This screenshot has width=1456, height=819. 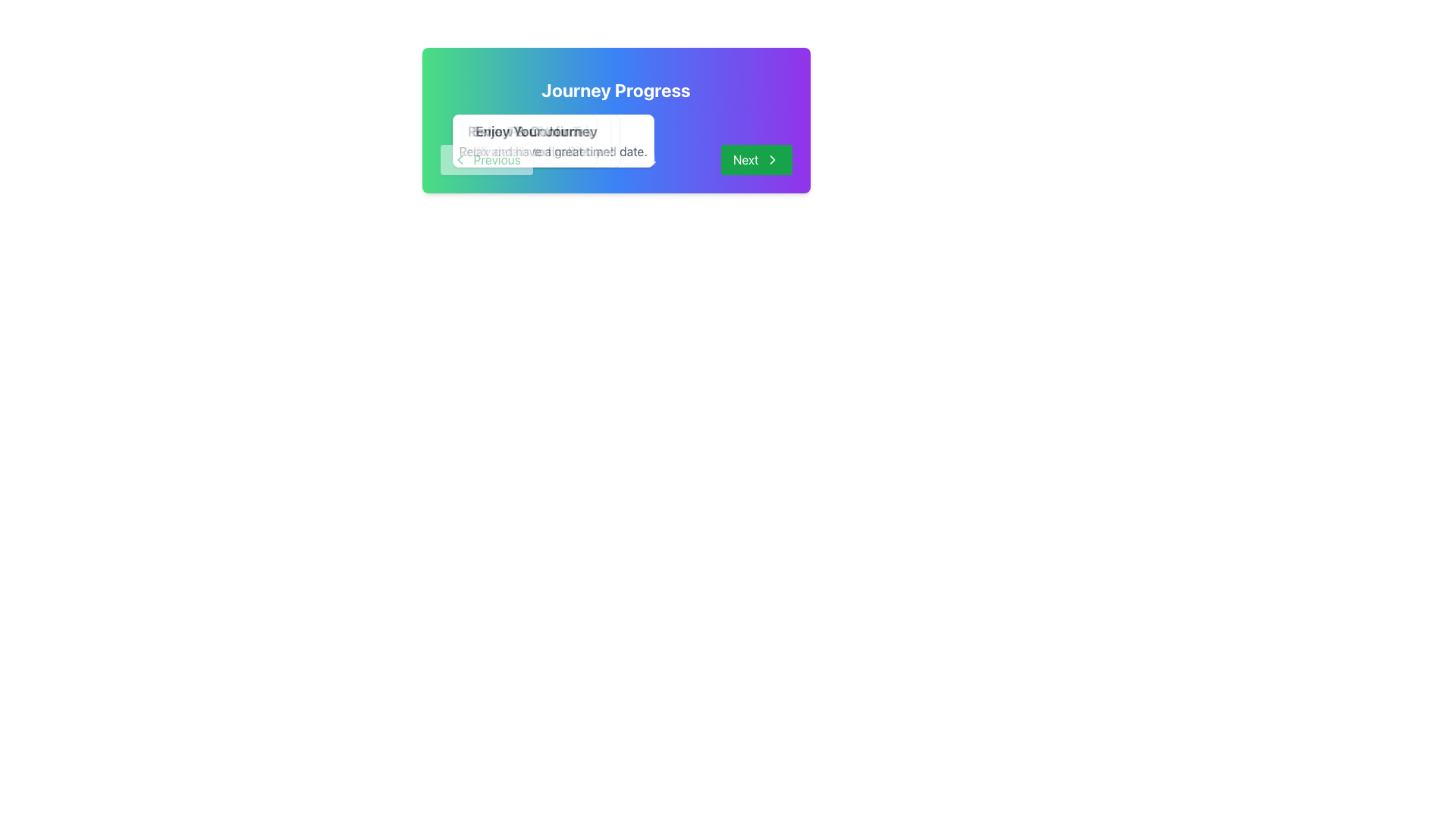 I want to click on the text label displaying 'Relax and have a great time!' in light gray, located in the popup box beneath the 'Enjoy Your Journey' text, so click(x=536, y=152).